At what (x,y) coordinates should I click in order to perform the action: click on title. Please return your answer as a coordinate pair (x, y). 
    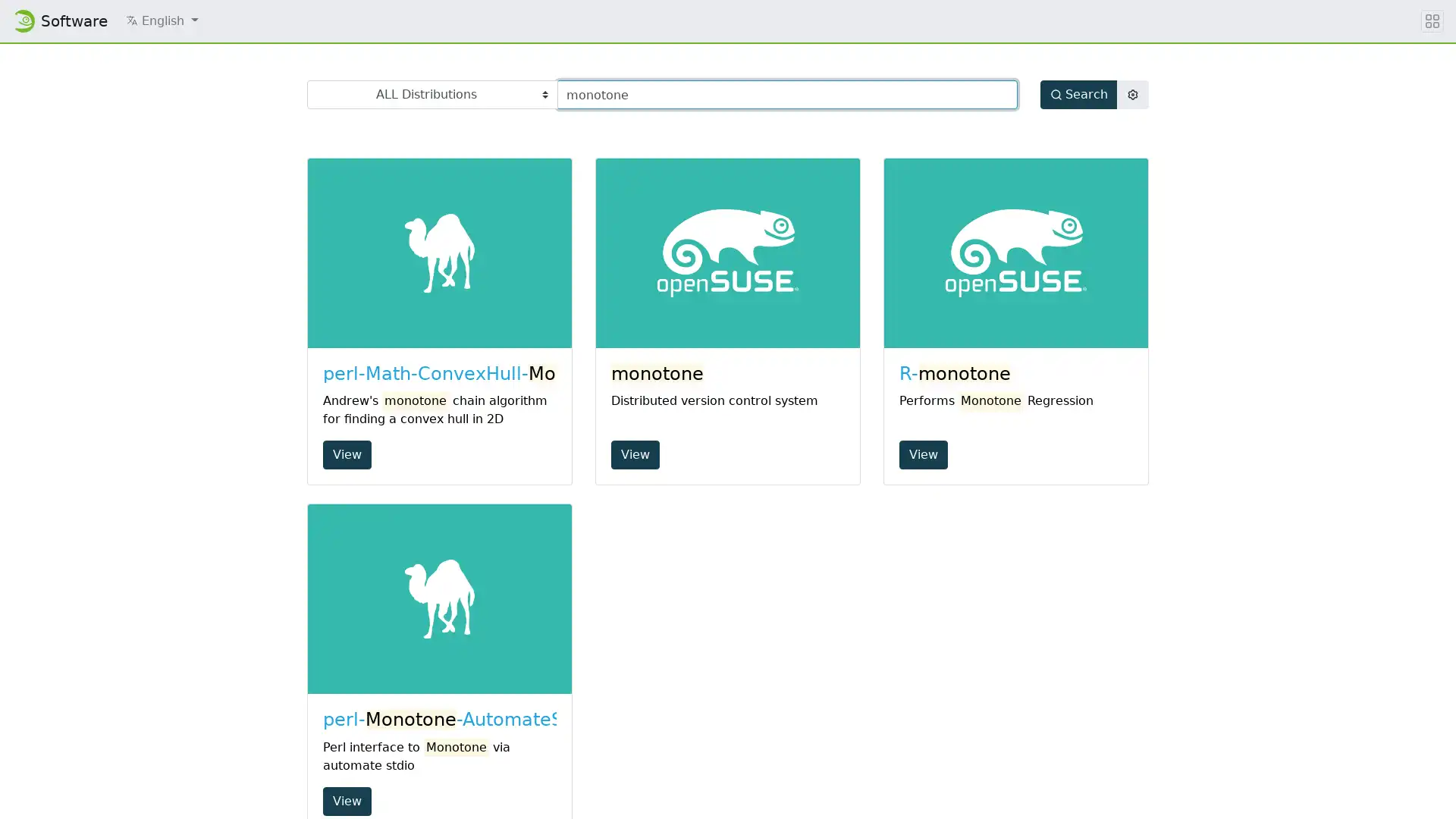
    Looking at the image, I should click on (1432, 20).